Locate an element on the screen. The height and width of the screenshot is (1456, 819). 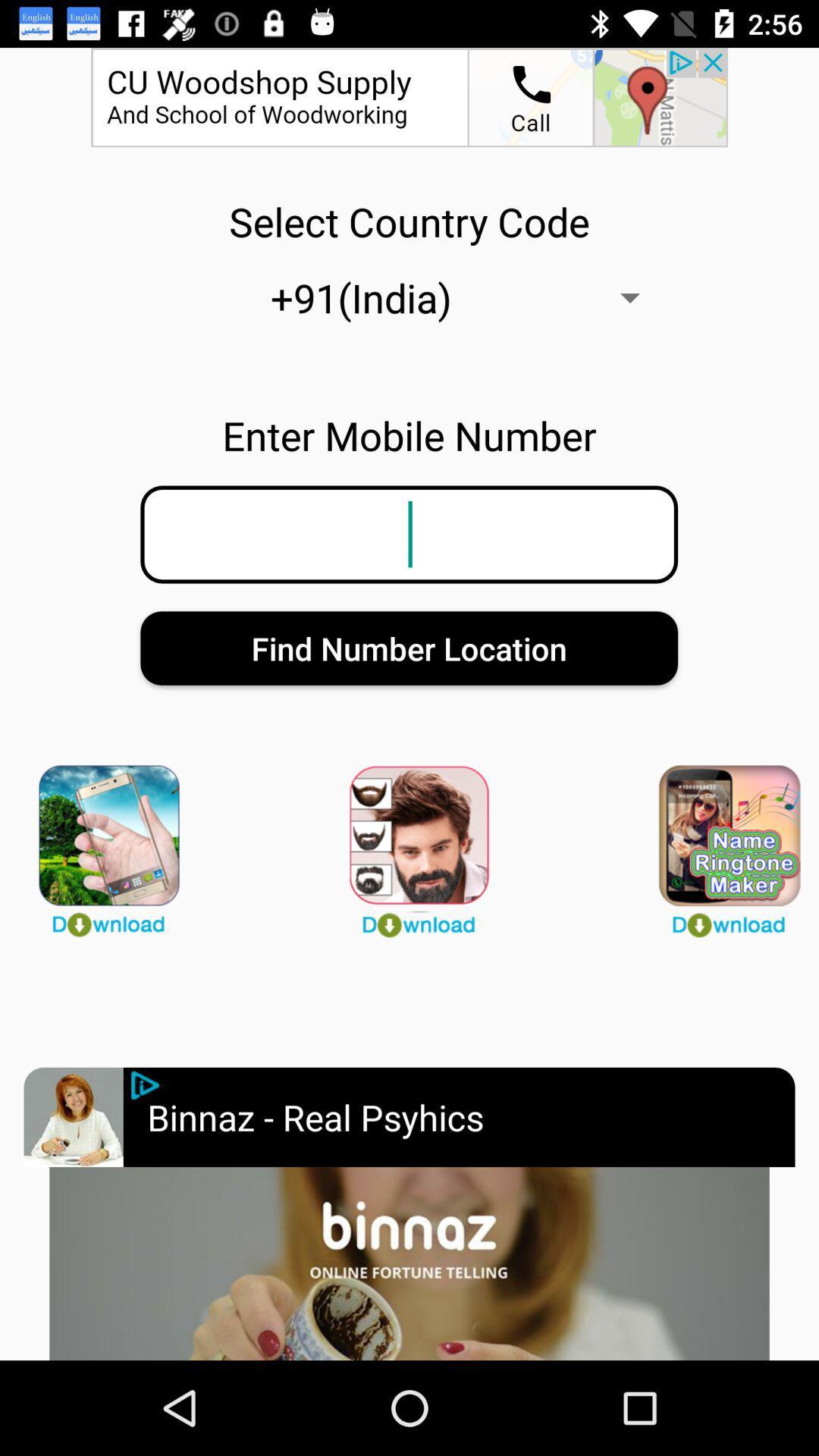
advertisement is located at coordinates (409, 1263).